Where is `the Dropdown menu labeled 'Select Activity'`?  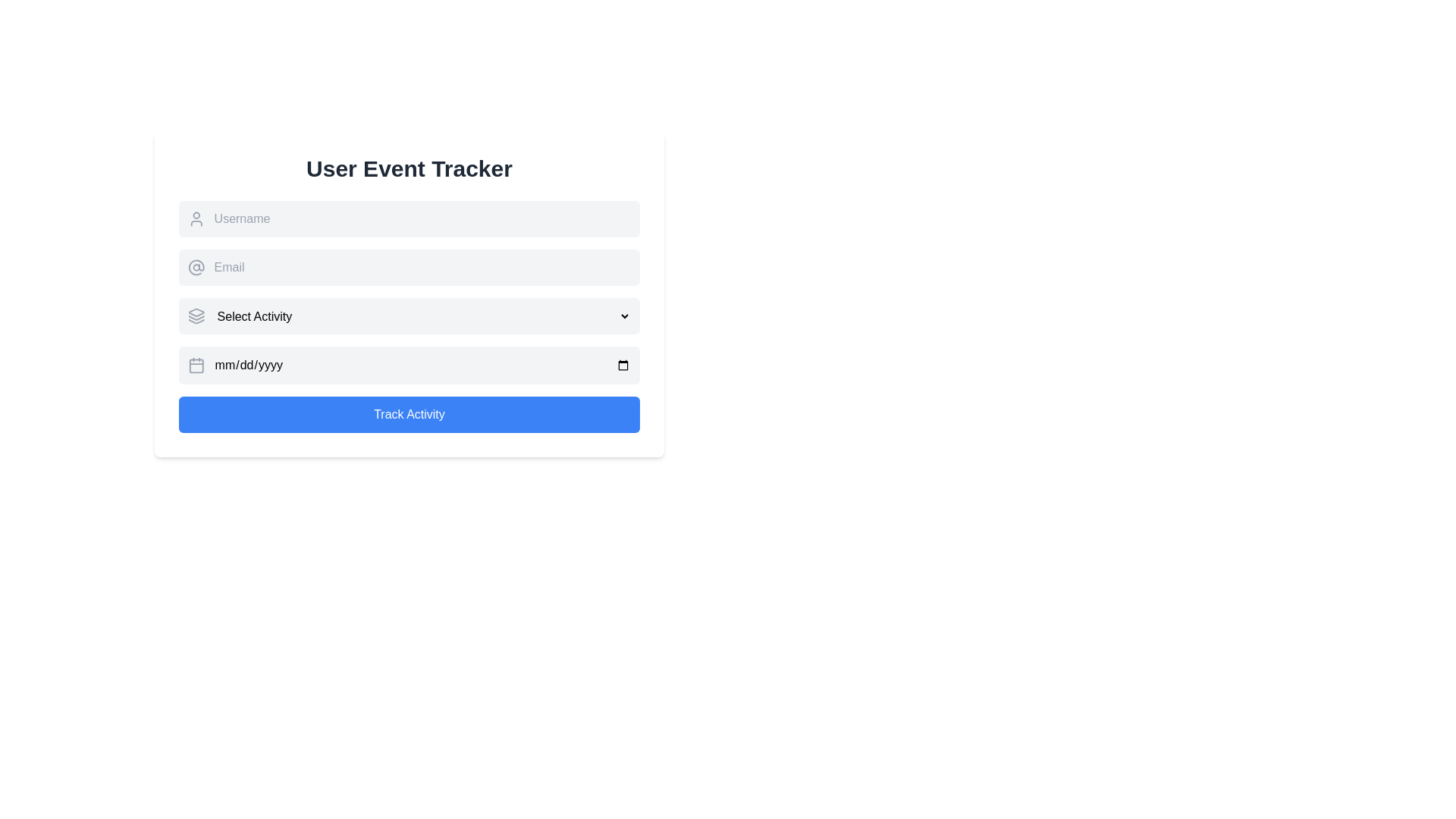
the Dropdown menu labeled 'Select Activity' is located at coordinates (422, 315).